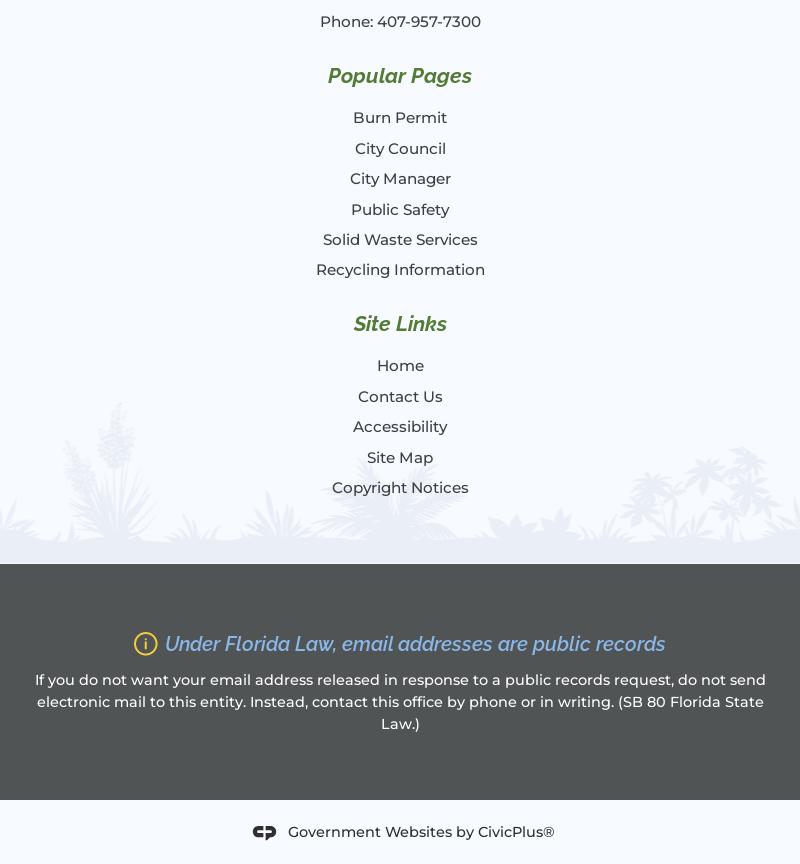  I want to click on 'Solid Waste Services', so click(398, 238).